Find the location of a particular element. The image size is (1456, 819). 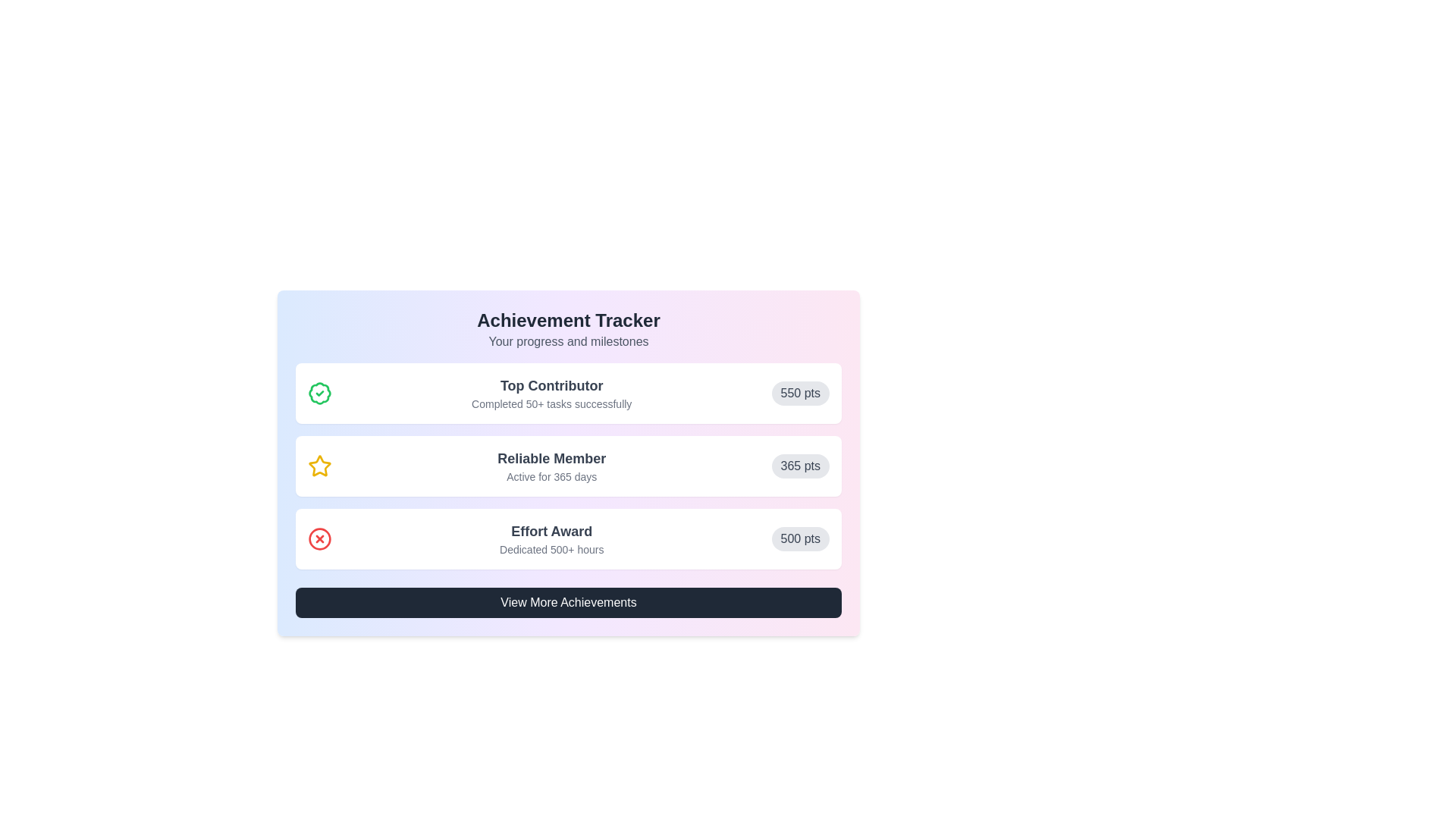

the Static text block displaying the achievement title 'Reliable Member' and the description 'Active for 365 days', which is surrounded by a golden star icon and a '365 pts' label is located at coordinates (551, 465).